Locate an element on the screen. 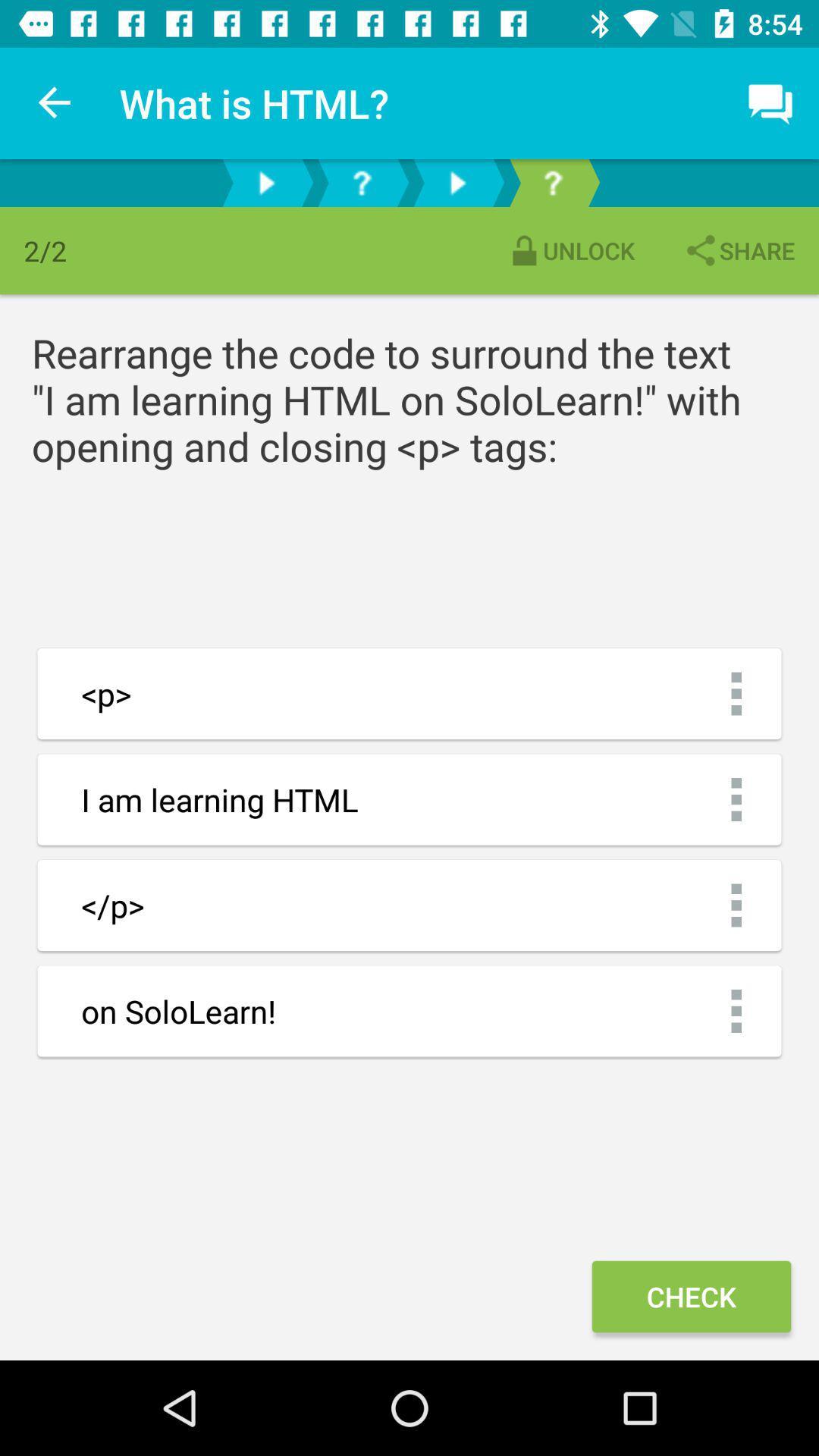  the help icon is located at coordinates (553, 182).